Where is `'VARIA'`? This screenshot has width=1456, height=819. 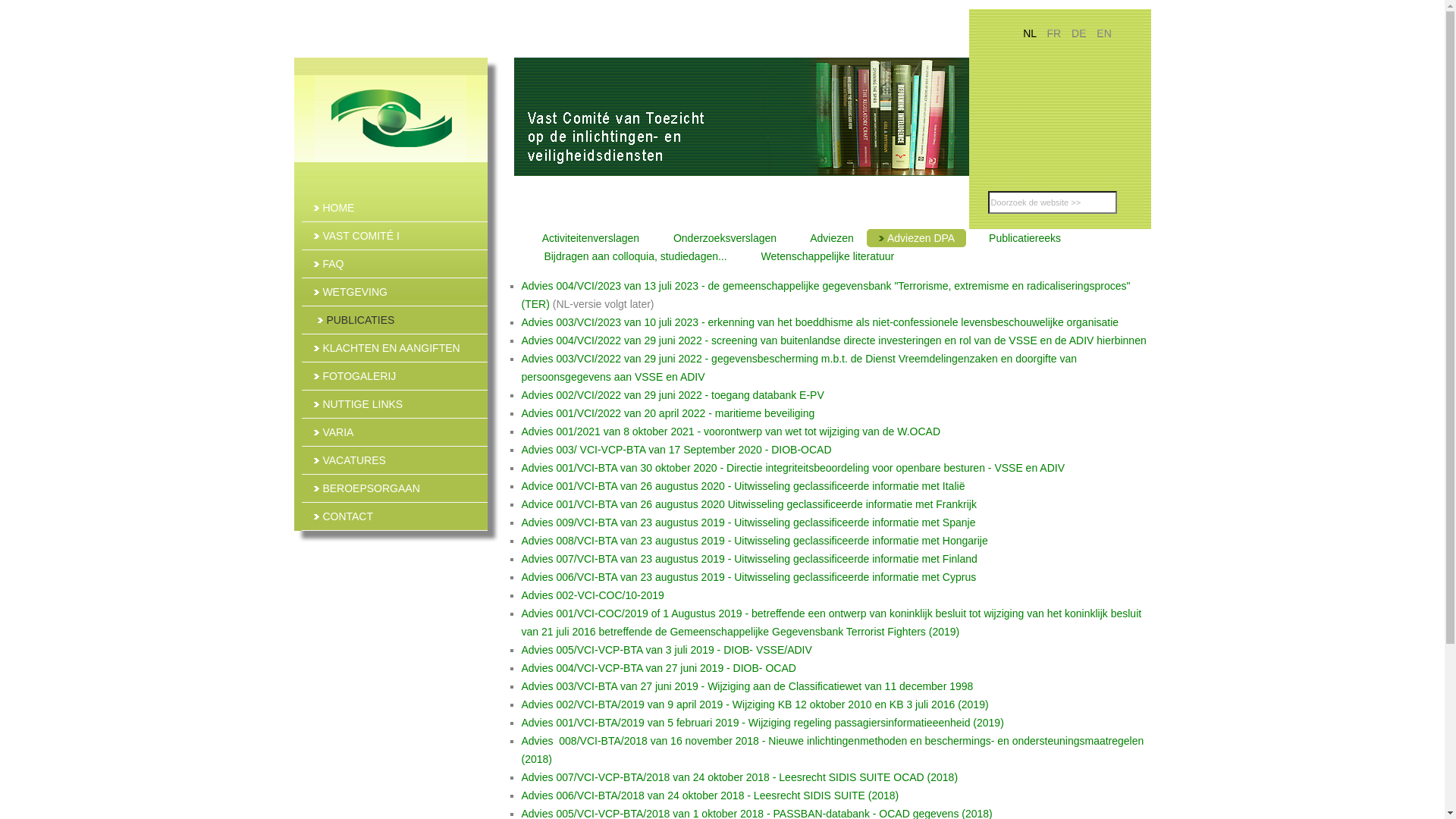 'VARIA' is located at coordinates (394, 432).